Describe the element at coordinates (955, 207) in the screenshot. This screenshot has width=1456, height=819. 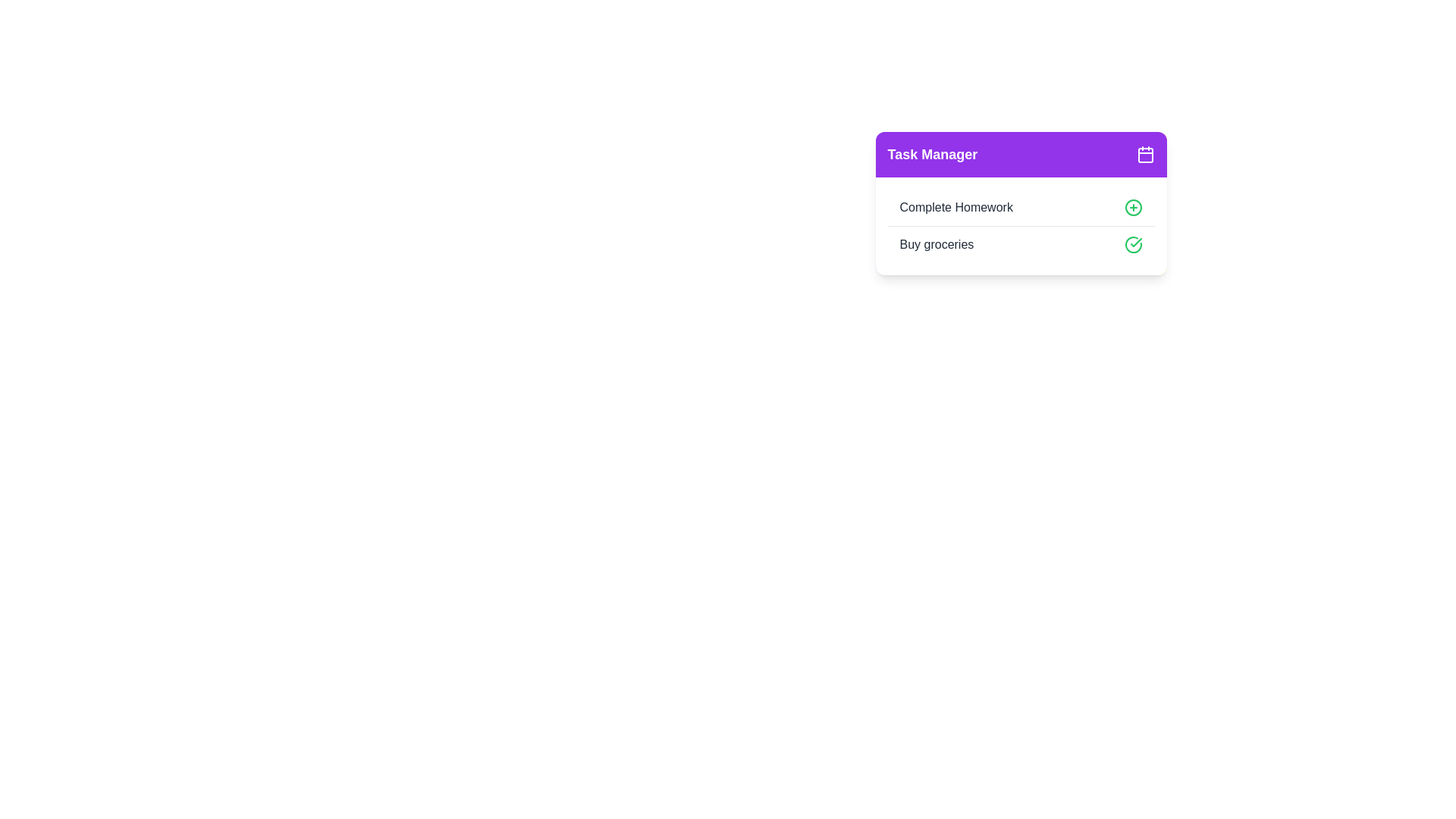
I see `text from the label displaying 'Complete Homework' in the Task Manager's task list` at that location.